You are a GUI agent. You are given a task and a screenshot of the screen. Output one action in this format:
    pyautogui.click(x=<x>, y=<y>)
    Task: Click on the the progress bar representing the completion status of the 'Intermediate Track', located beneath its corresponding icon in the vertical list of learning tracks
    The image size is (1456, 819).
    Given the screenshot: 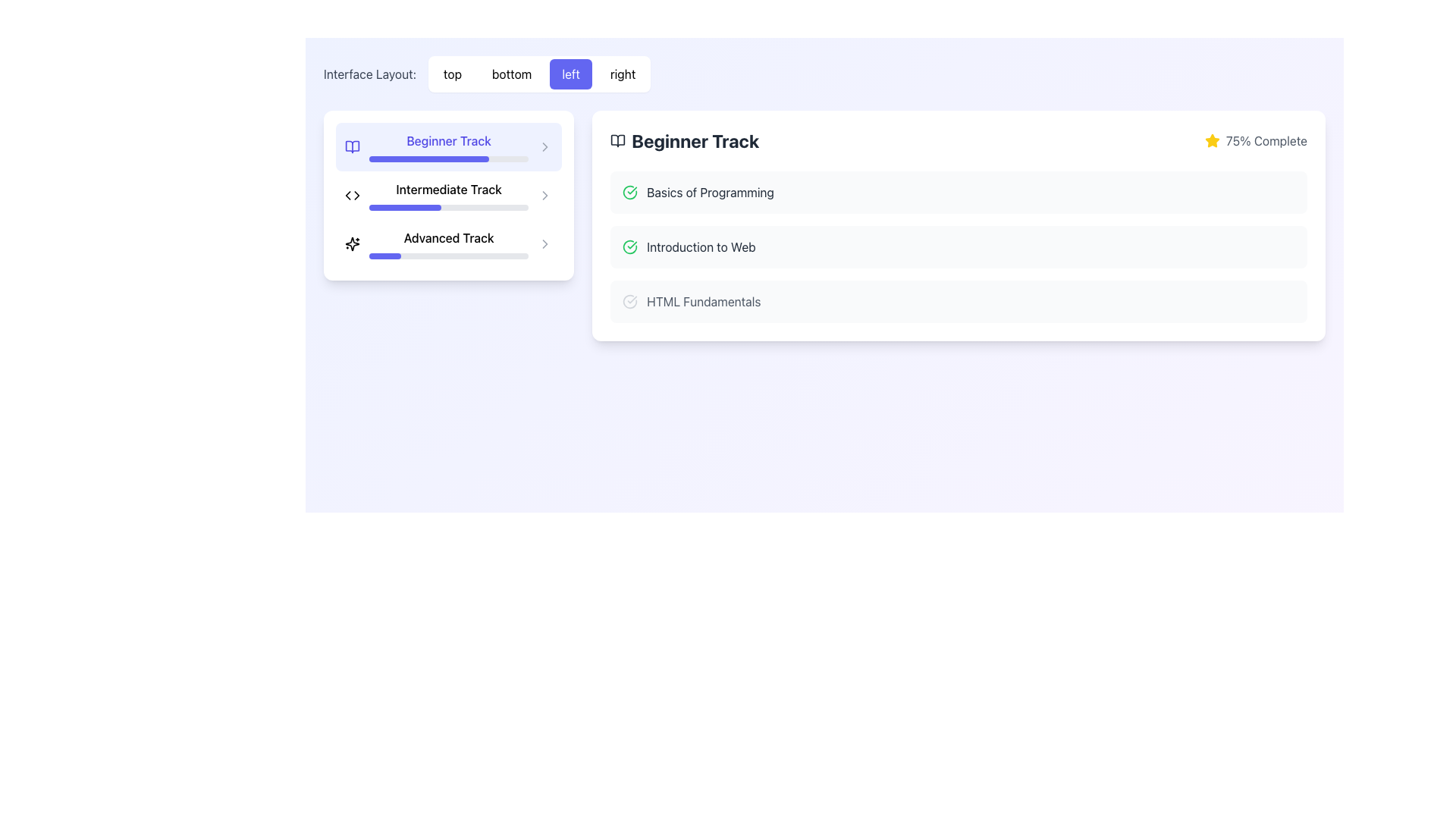 What is the action you would take?
    pyautogui.click(x=448, y=195)
    